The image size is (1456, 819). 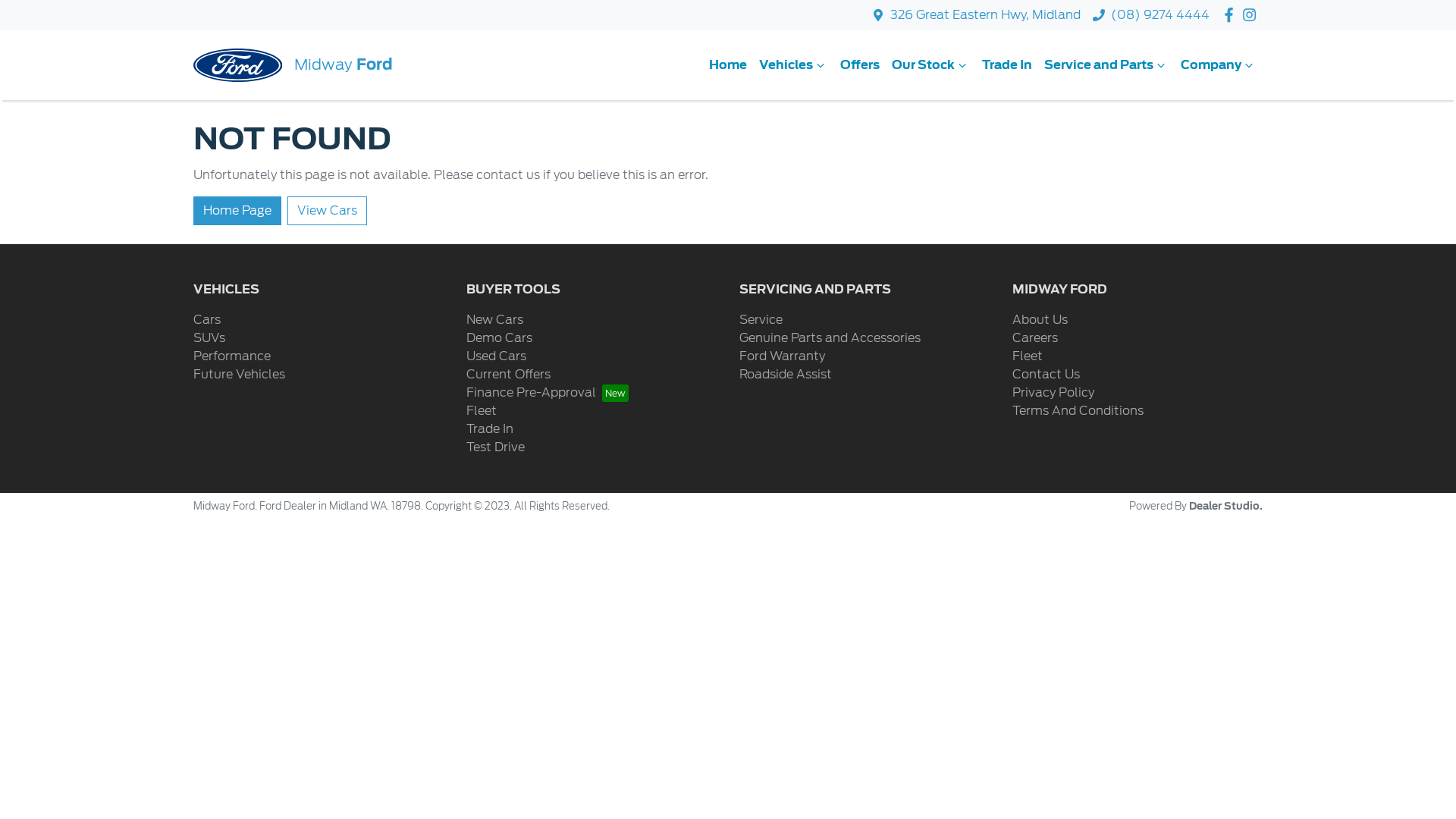 I want to click on 'Future Vehicles', so click(x=238, y=374).